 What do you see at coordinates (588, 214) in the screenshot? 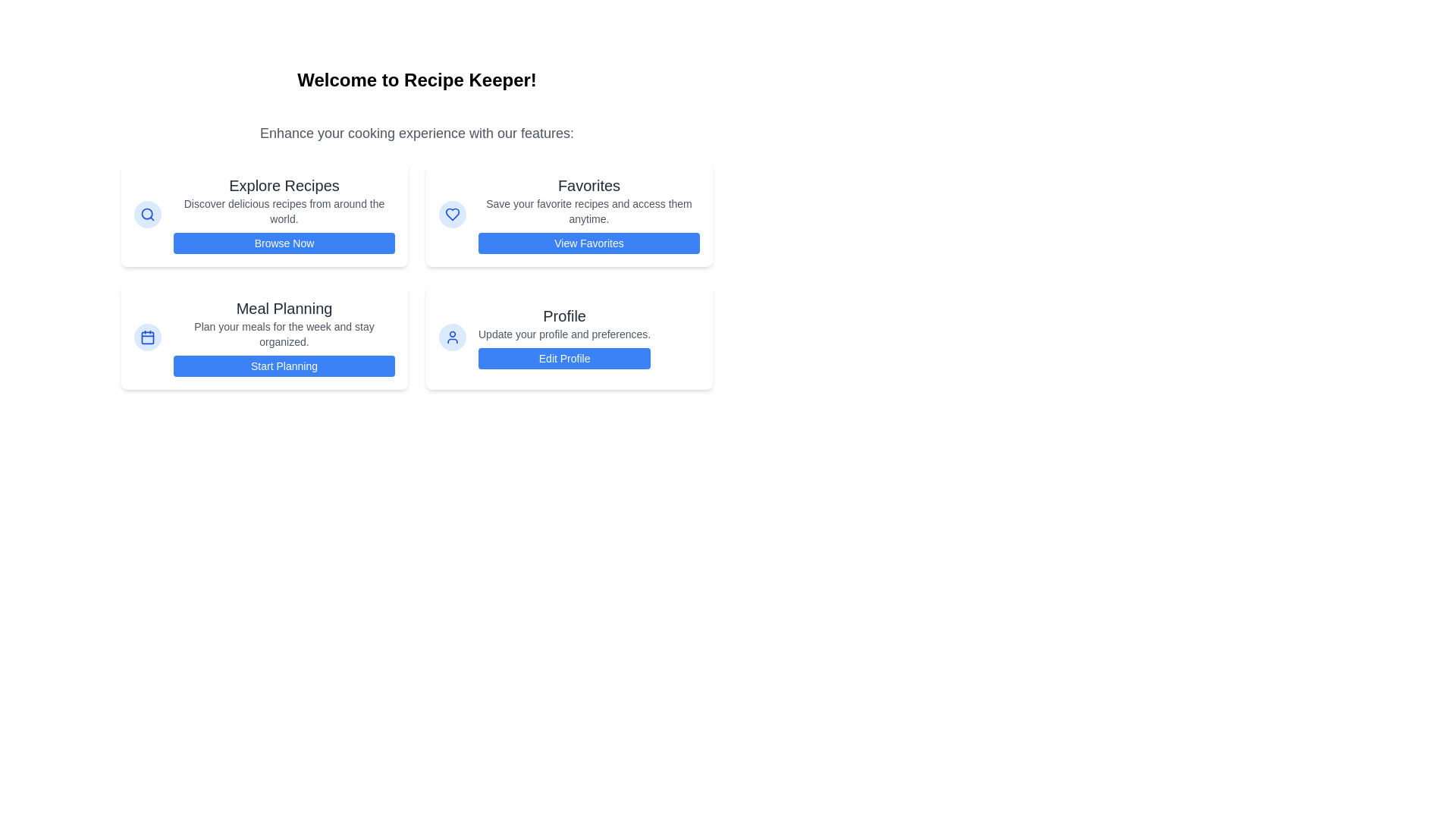
I see `descriptive text of the Informational card that communicates the functionality of saving and accessing favorite recipes, located in the second column of a 2x2 grid layout` at bounding box center [588, 214].